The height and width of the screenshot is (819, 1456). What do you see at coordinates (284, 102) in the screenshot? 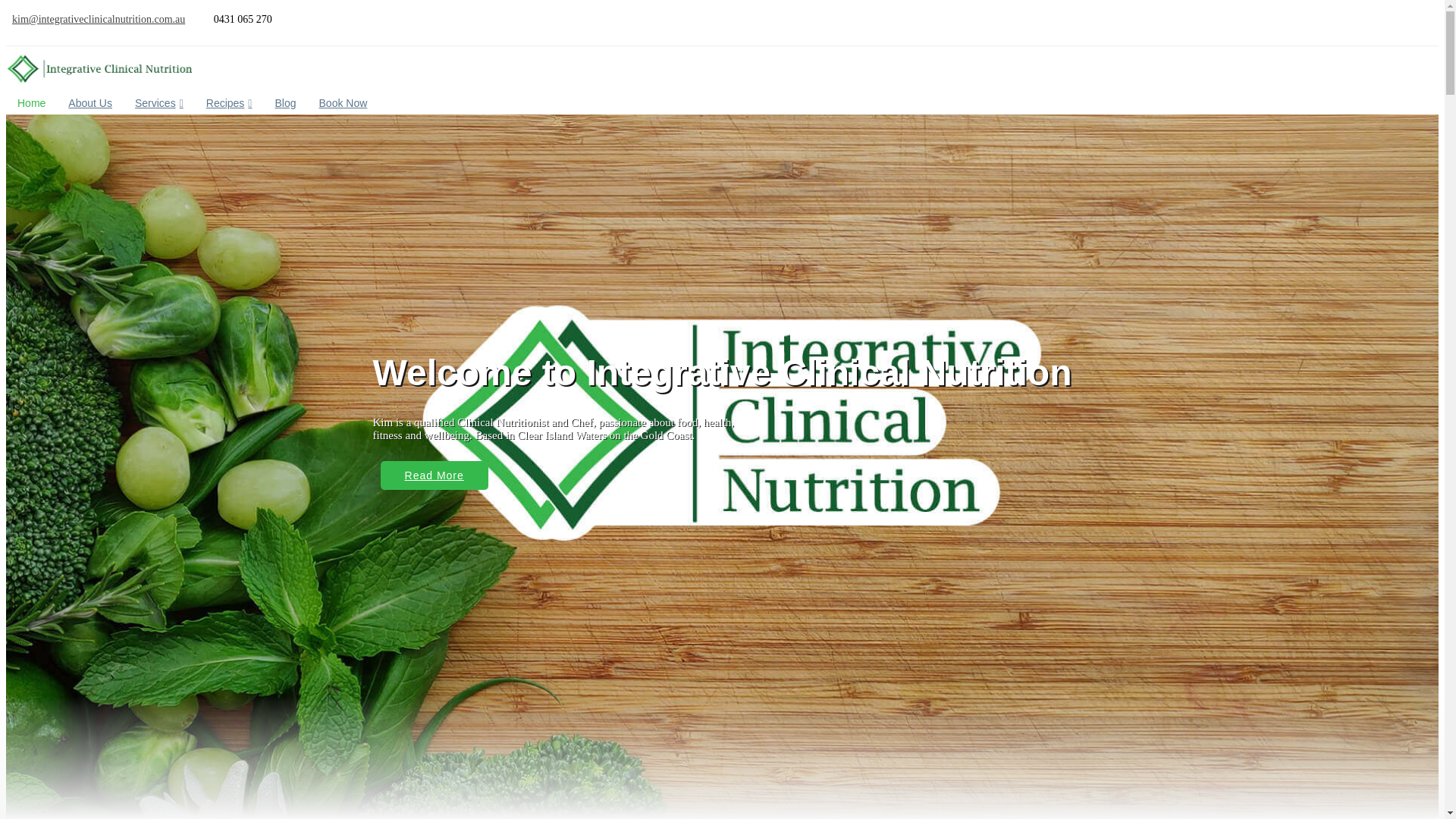
I see `'Blog'` at bounding box center [284, 102].